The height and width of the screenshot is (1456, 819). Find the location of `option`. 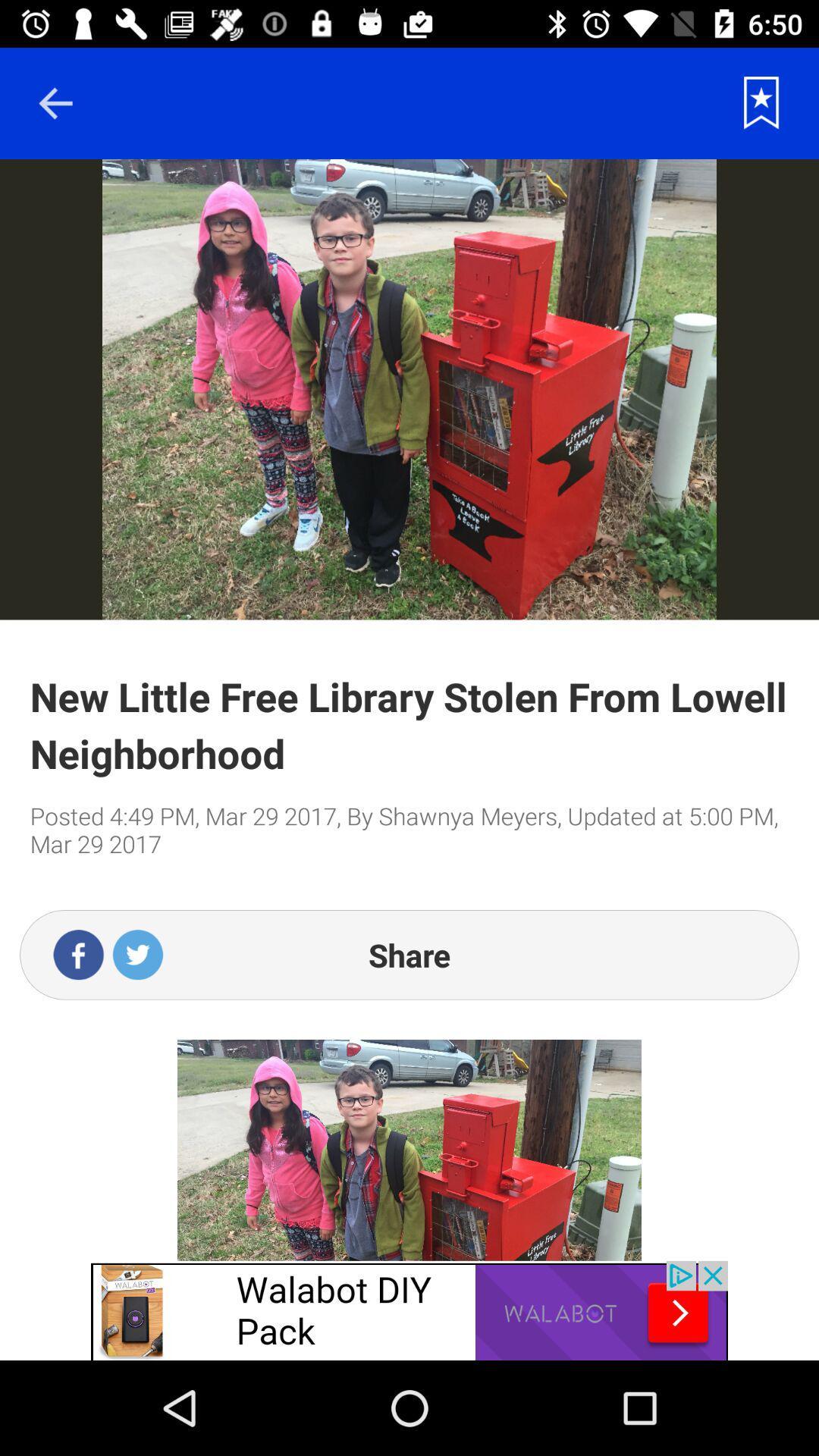

option is located at coordinates (761, 102).